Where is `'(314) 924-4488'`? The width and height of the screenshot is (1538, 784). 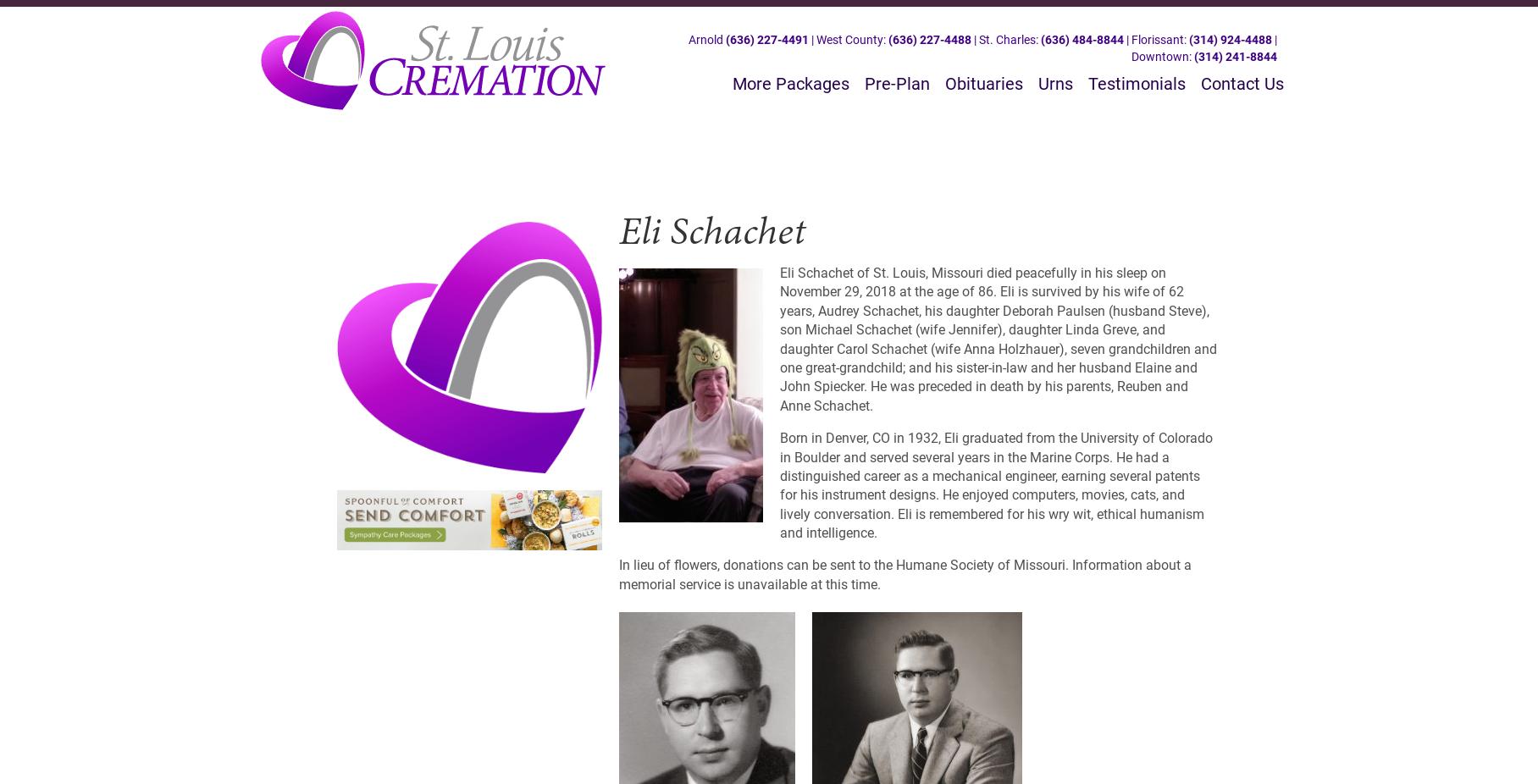 '(314) 924-4488' is located at coordinates (1188, 38).